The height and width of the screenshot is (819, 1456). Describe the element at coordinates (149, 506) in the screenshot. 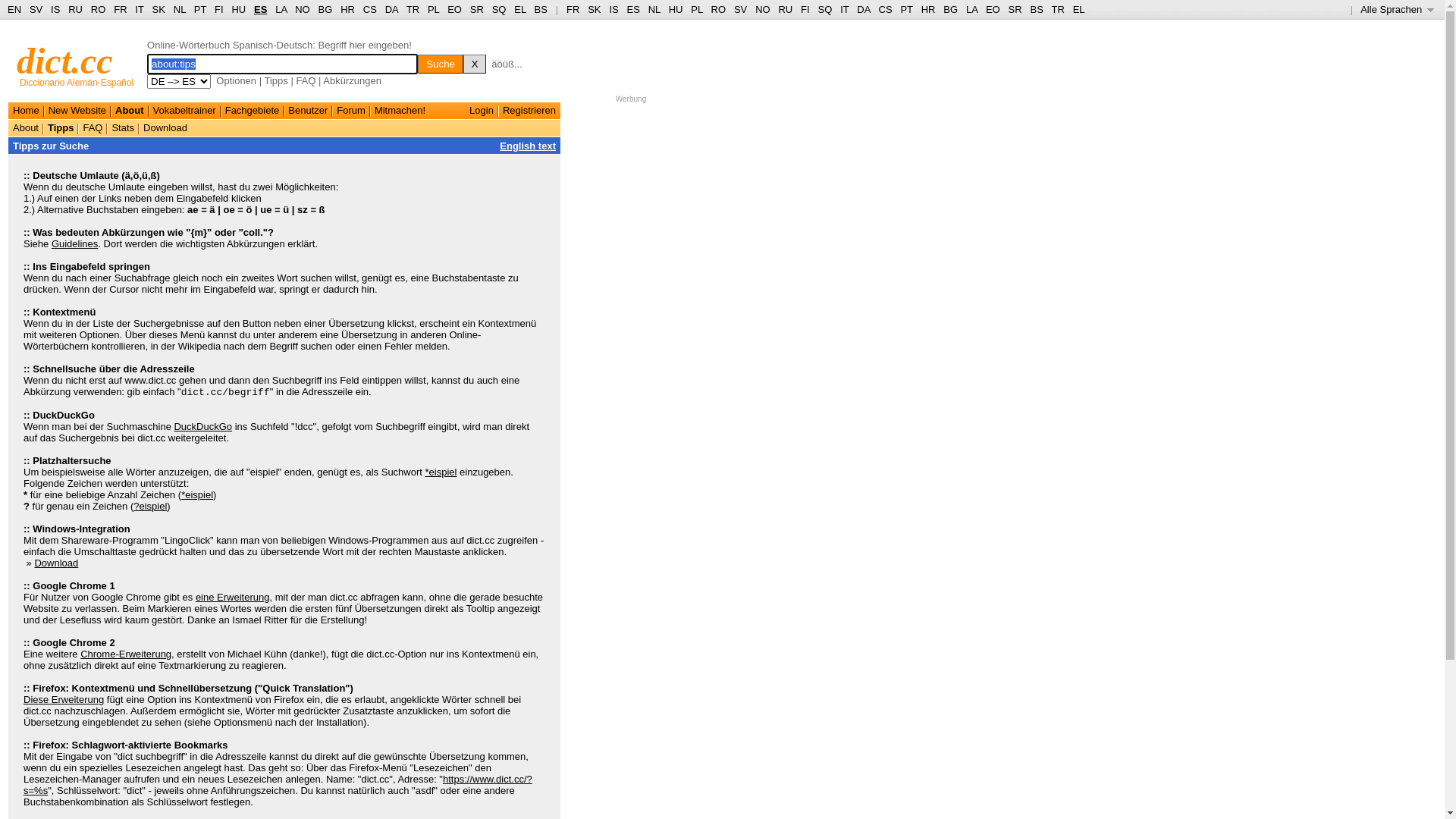

I see `'?eispiel'` at that location.